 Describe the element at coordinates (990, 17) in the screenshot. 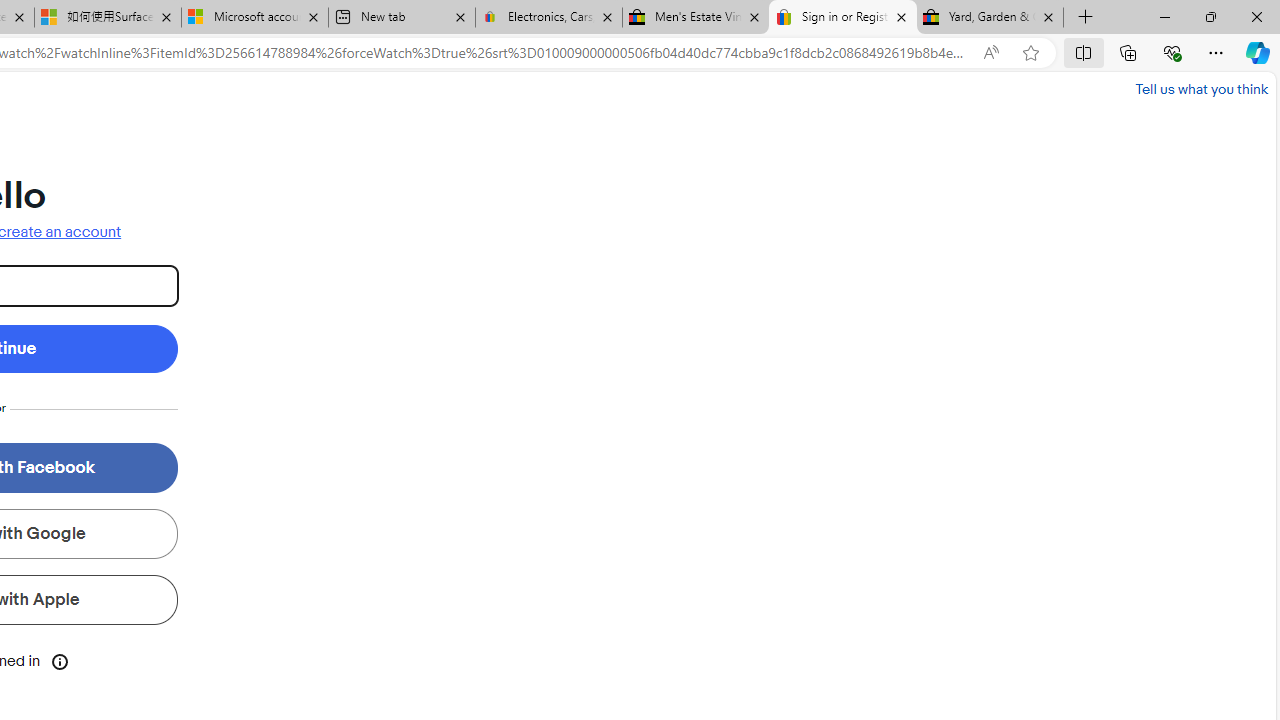

I see `'Yard, Garden & Outdoor Living'` at that location.